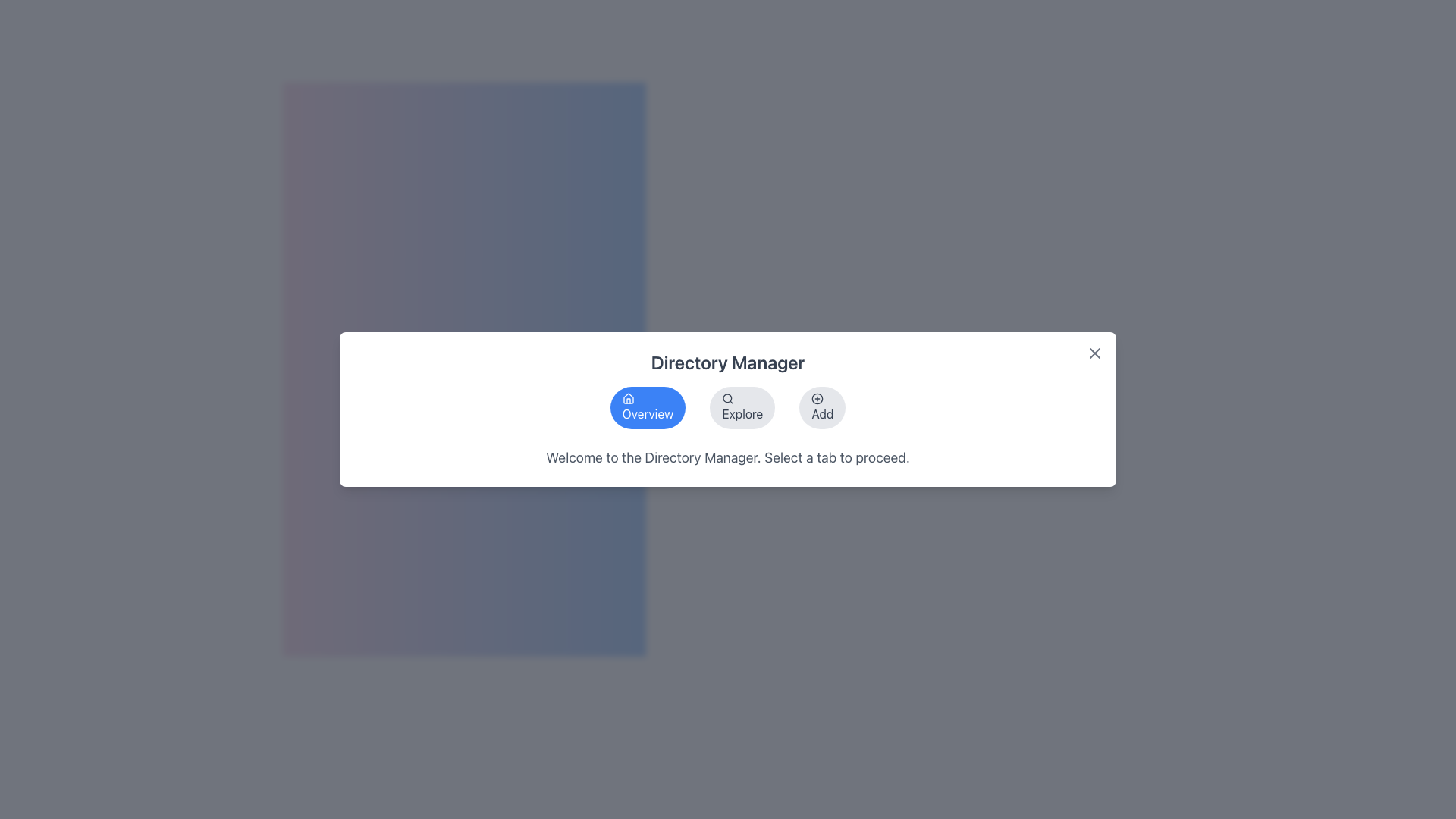 The width and height of the screenshot is (1456, 819). I want to click on the 'Overview' button, which is a rounded rectangular button with a vibrant blue background and white text, located in the Directory Manager modal interface, so click(648, 406).